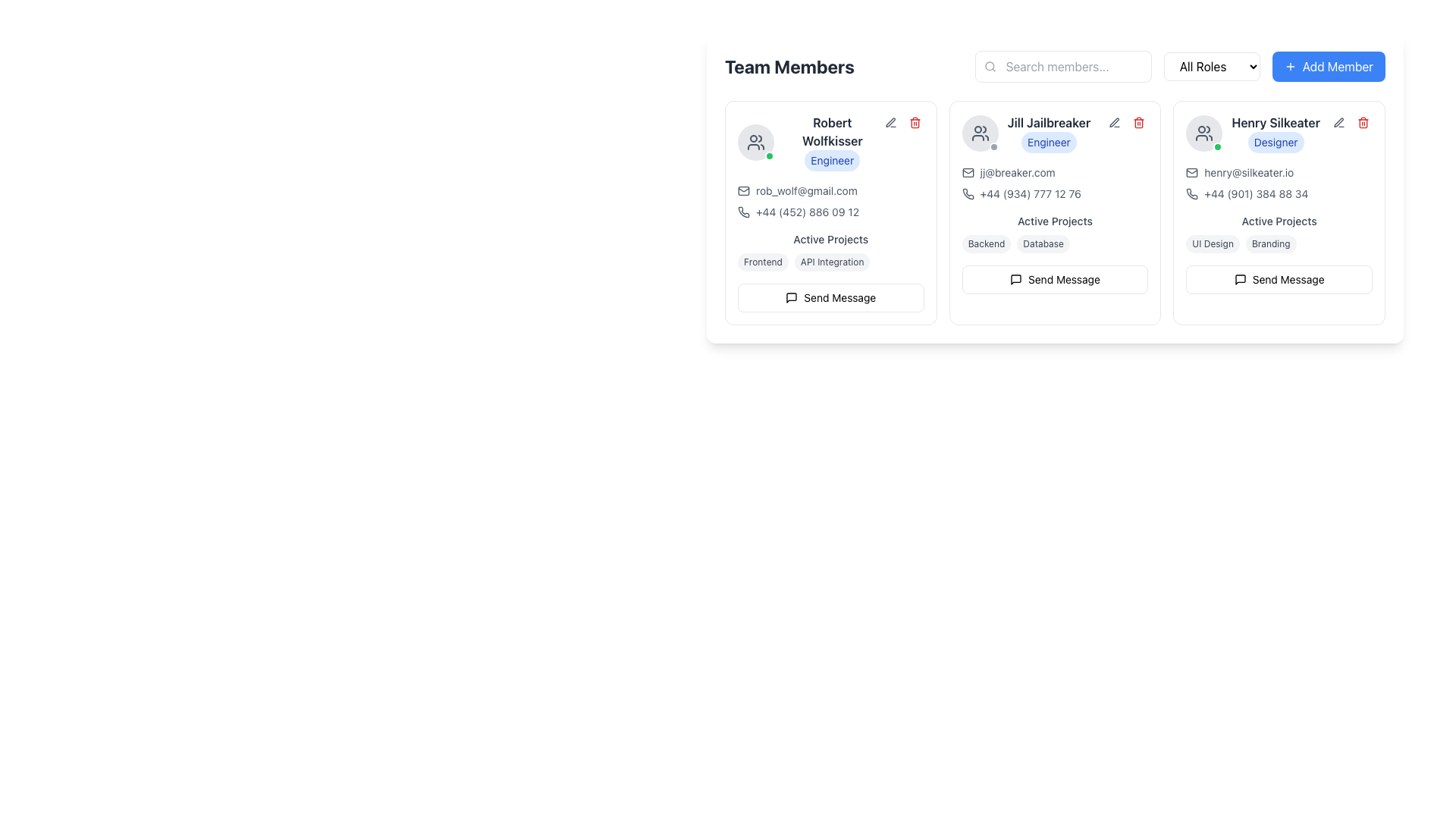 The height and width of the screenshot is (819, 1456). I want to click on the static text displaying the phone number '+44 (452) 886 09 12' with an icon, positioned in the leftmost profile card under 'Team Members', so click(830, 212).